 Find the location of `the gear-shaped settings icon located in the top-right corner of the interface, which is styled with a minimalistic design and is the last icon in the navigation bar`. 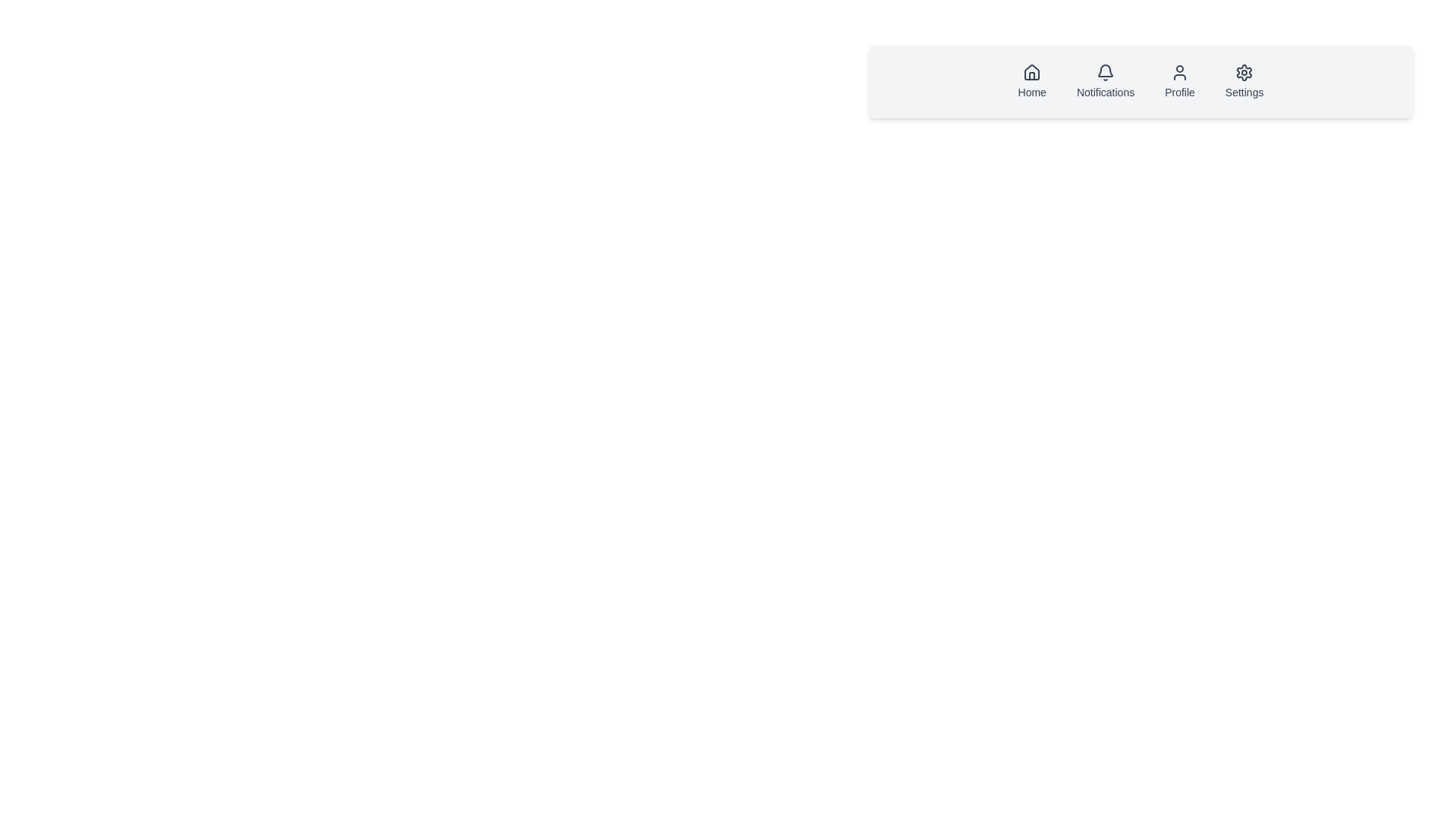

the gear-shaped settings icon located in the top-right corner of the interface, which is styled with a minimalistic design and is the last icon in the navigation bar is located at coordinates (1244, 73).